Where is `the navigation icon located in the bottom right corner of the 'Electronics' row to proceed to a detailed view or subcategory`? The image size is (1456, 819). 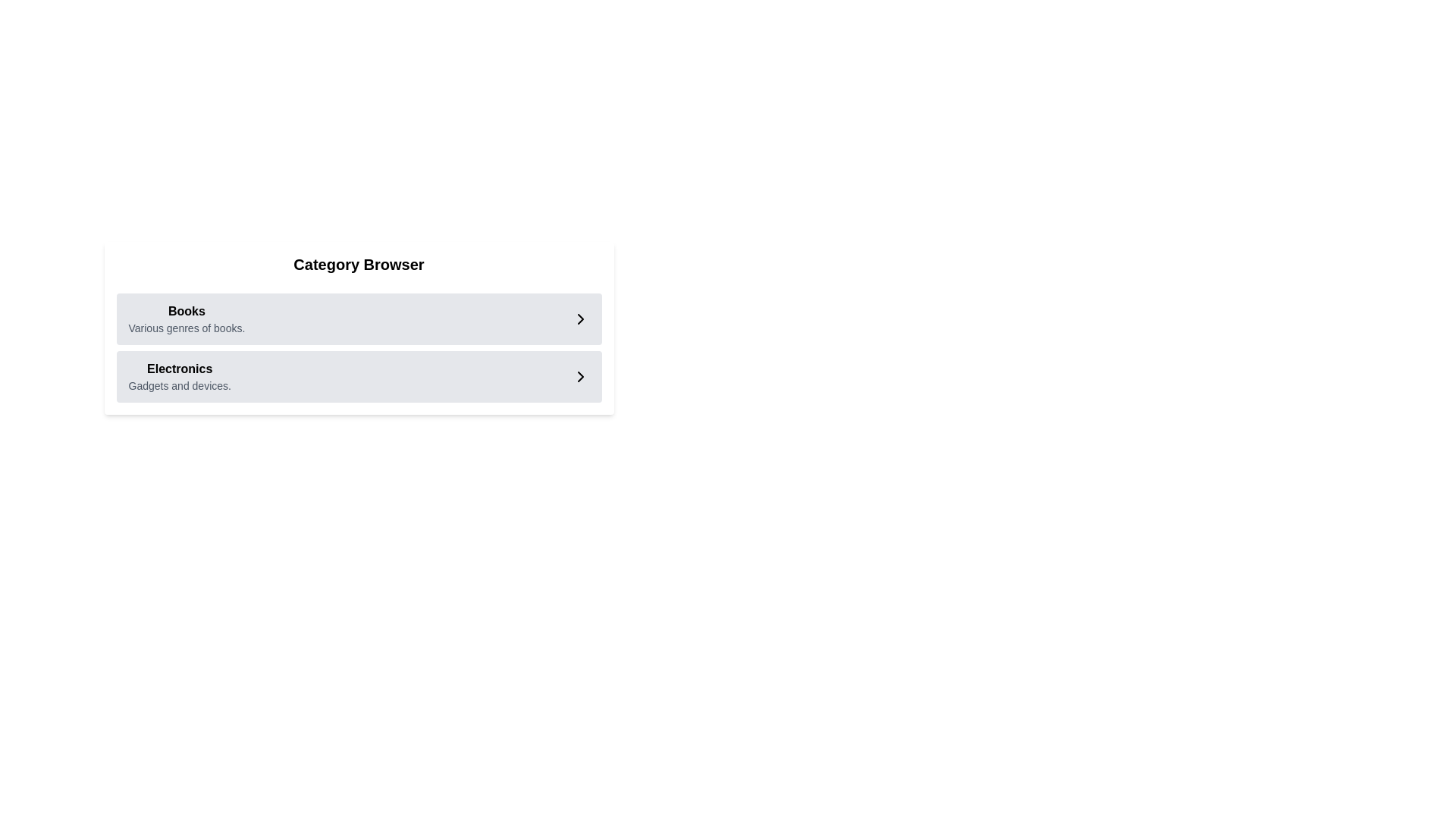
the navigation icon located in the bottom right corner of the 'Electronics' row to proceed to a detailed view or subcategory is located at coordinates (579, 376).